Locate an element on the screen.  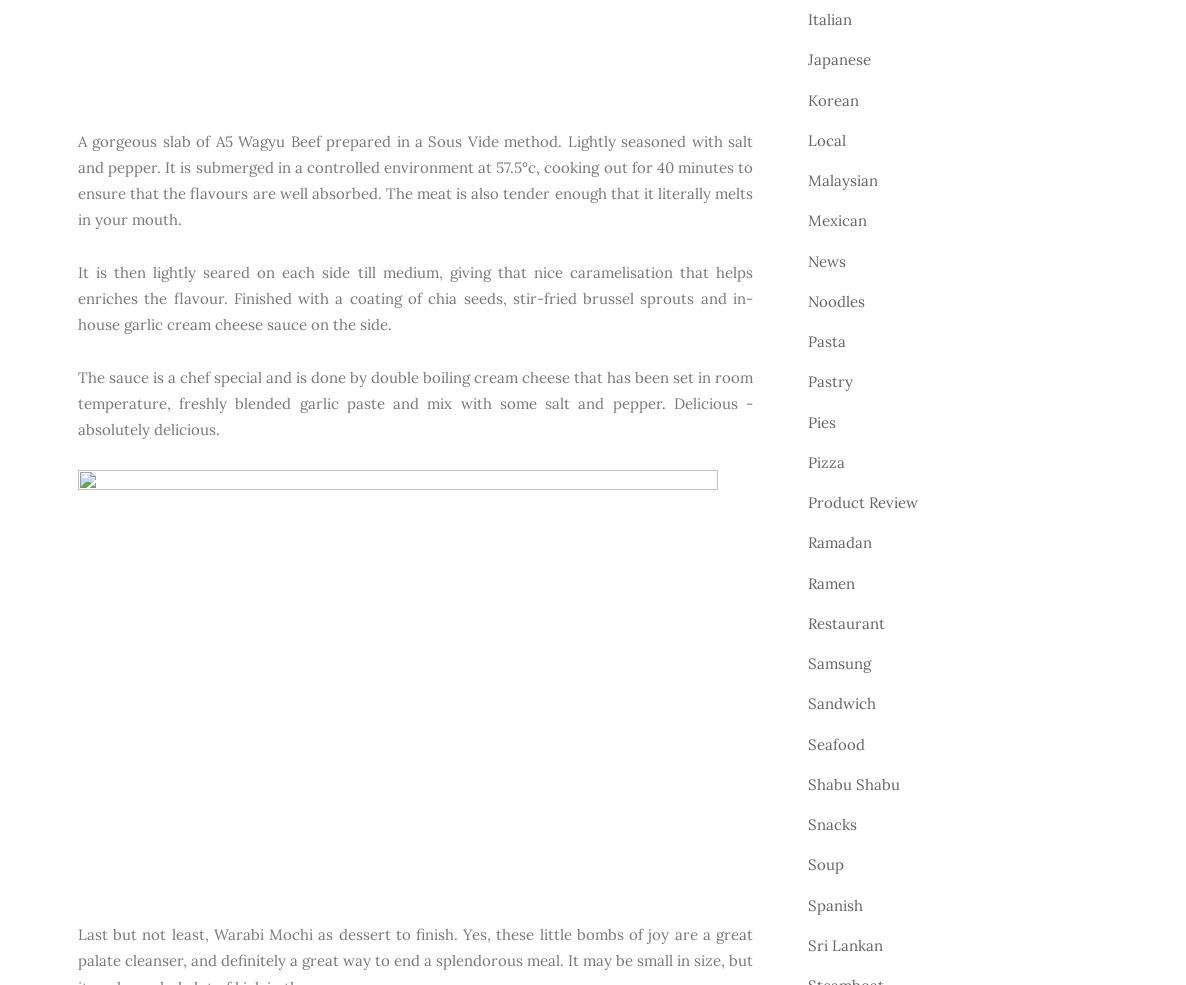
'Sandwich' is located at coordinates (840, 703).